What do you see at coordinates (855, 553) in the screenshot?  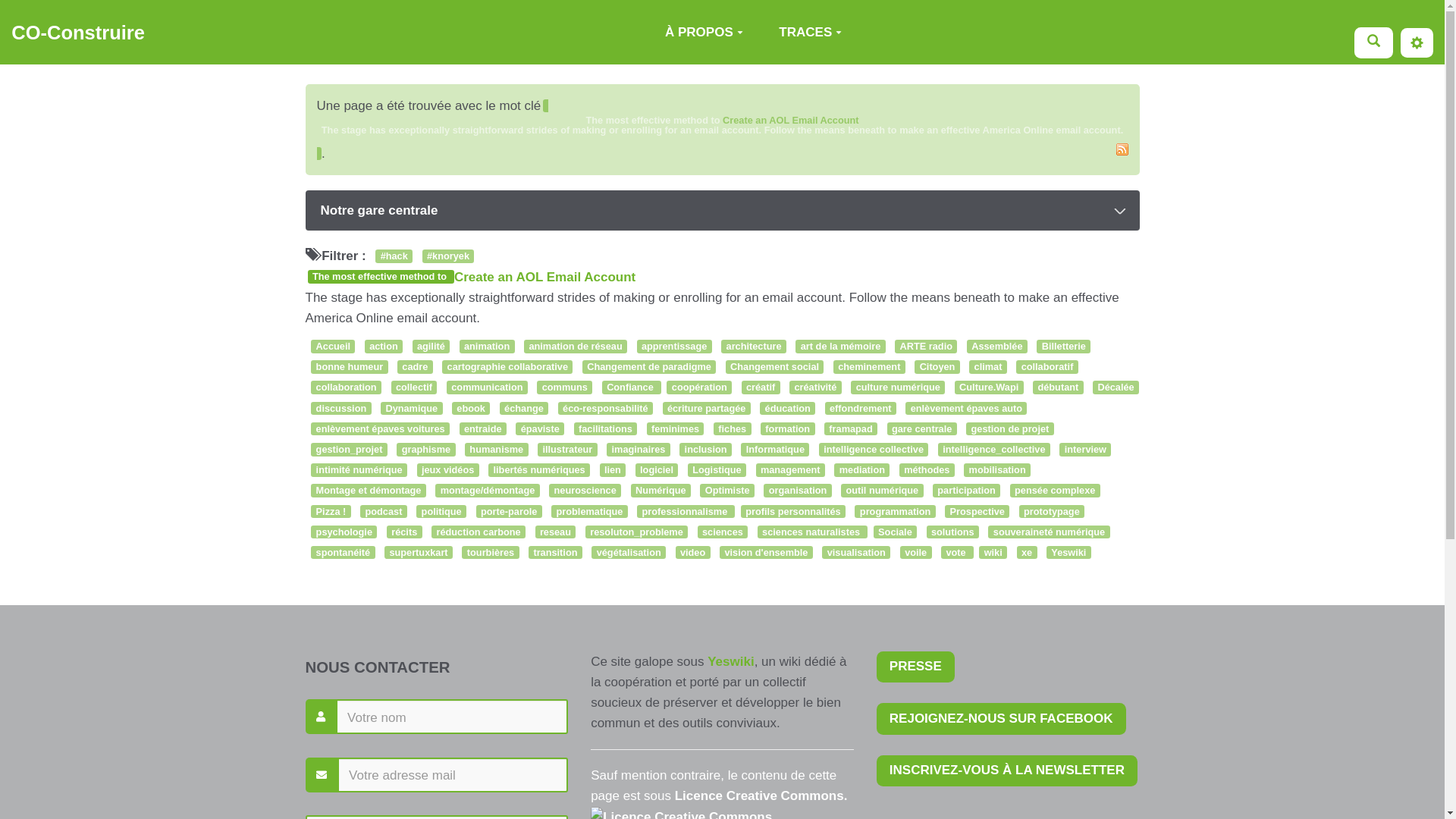 I see `'visualisation'` at bounding box center [855, 553].